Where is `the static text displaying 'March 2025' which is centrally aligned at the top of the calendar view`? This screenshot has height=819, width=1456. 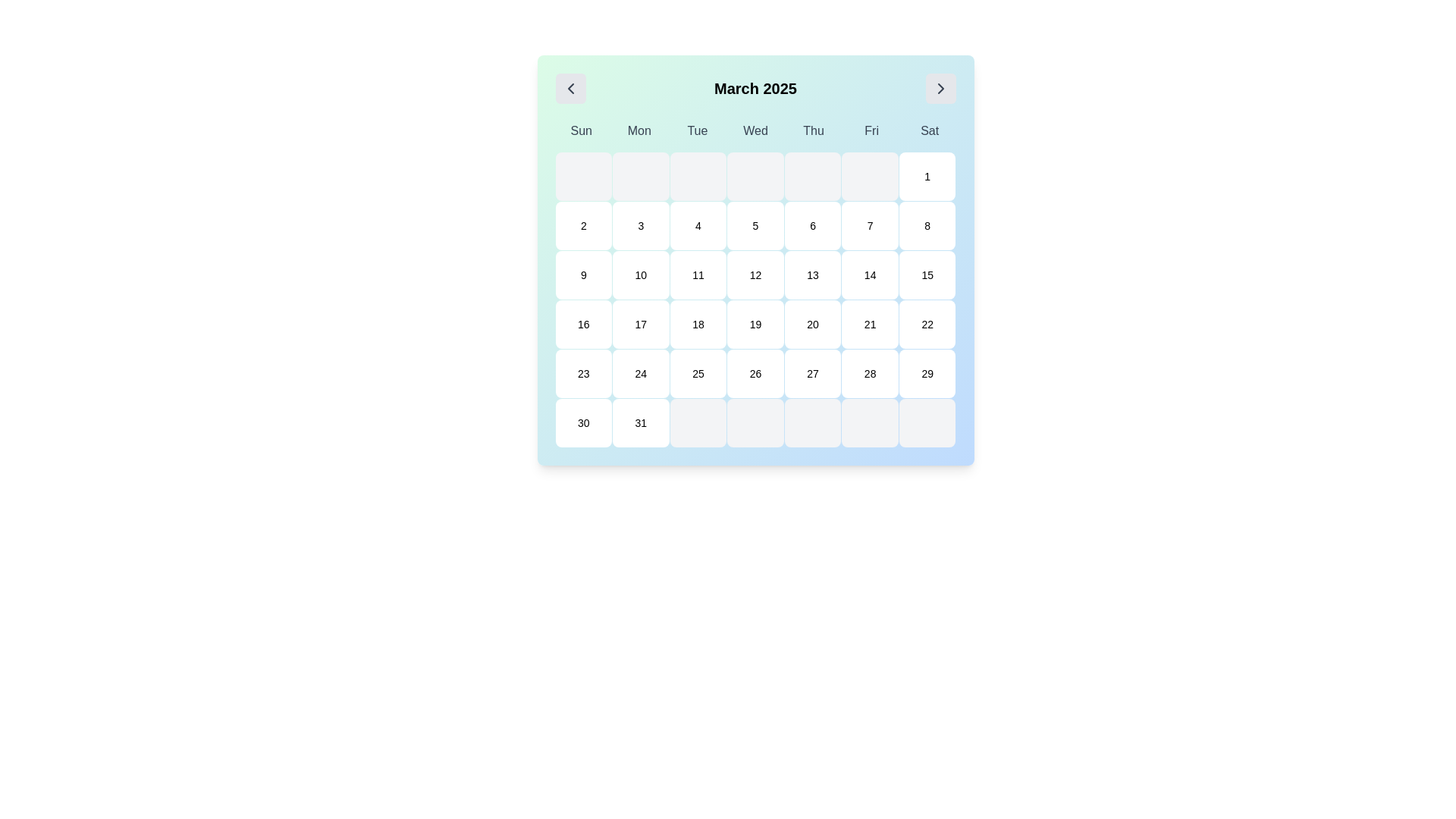 the static text displaying 'March 2025' which is centrally aligned at the top of the calendar view is located at coordinates (755, 88).